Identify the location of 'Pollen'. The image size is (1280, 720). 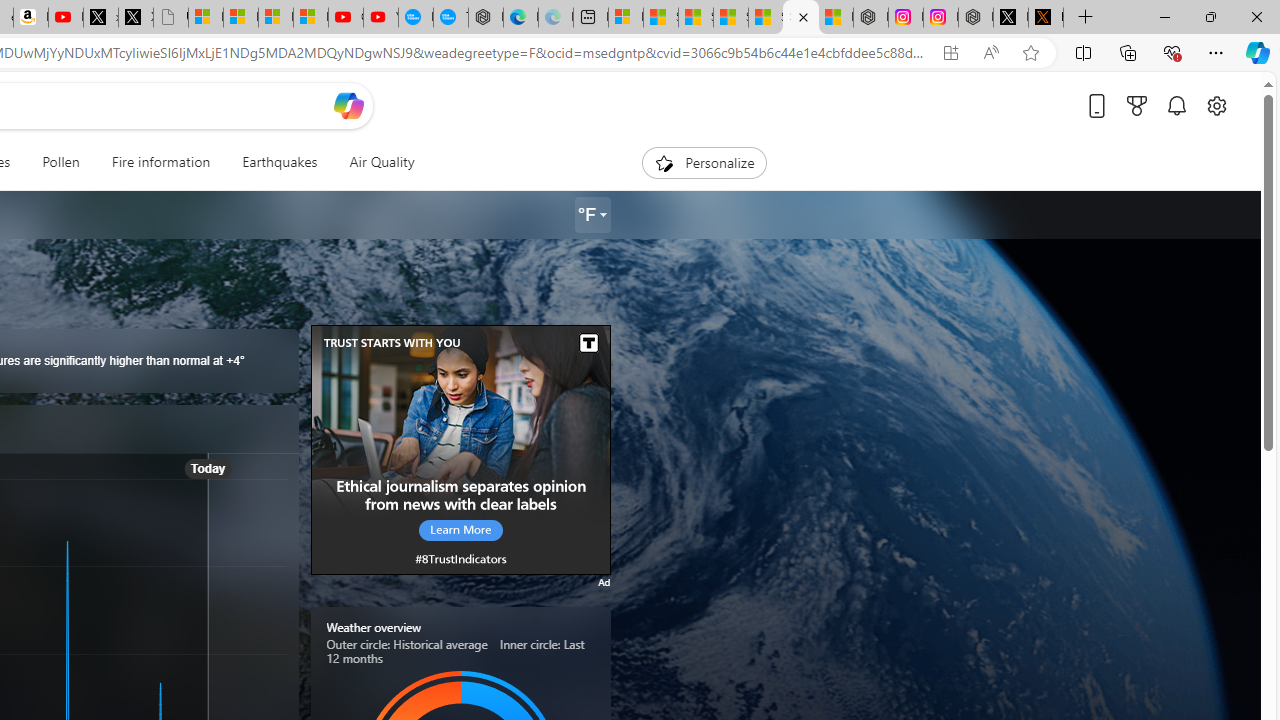
(60, 162).